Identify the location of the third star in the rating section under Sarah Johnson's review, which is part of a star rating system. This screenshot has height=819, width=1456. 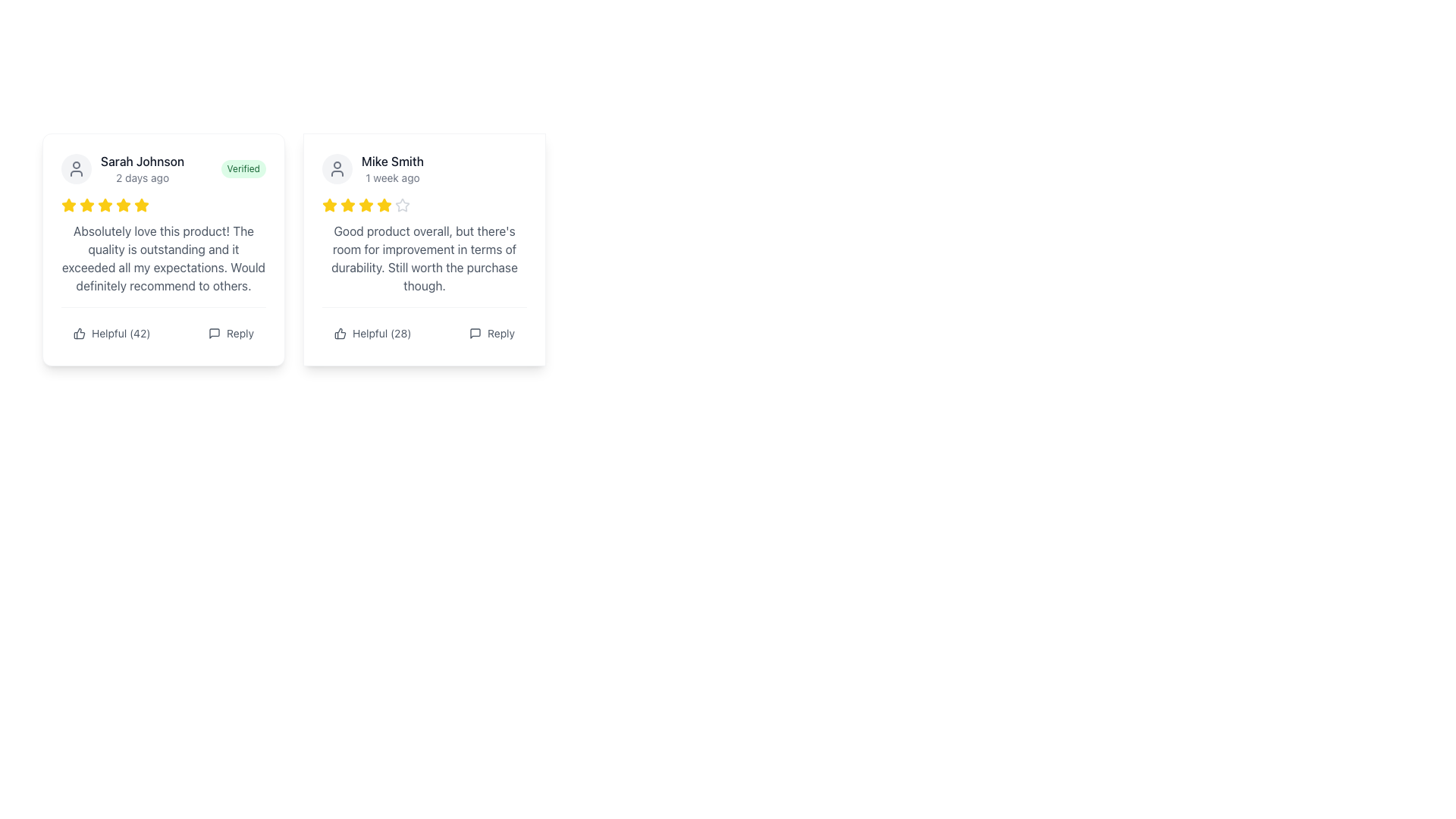
(86, 205).